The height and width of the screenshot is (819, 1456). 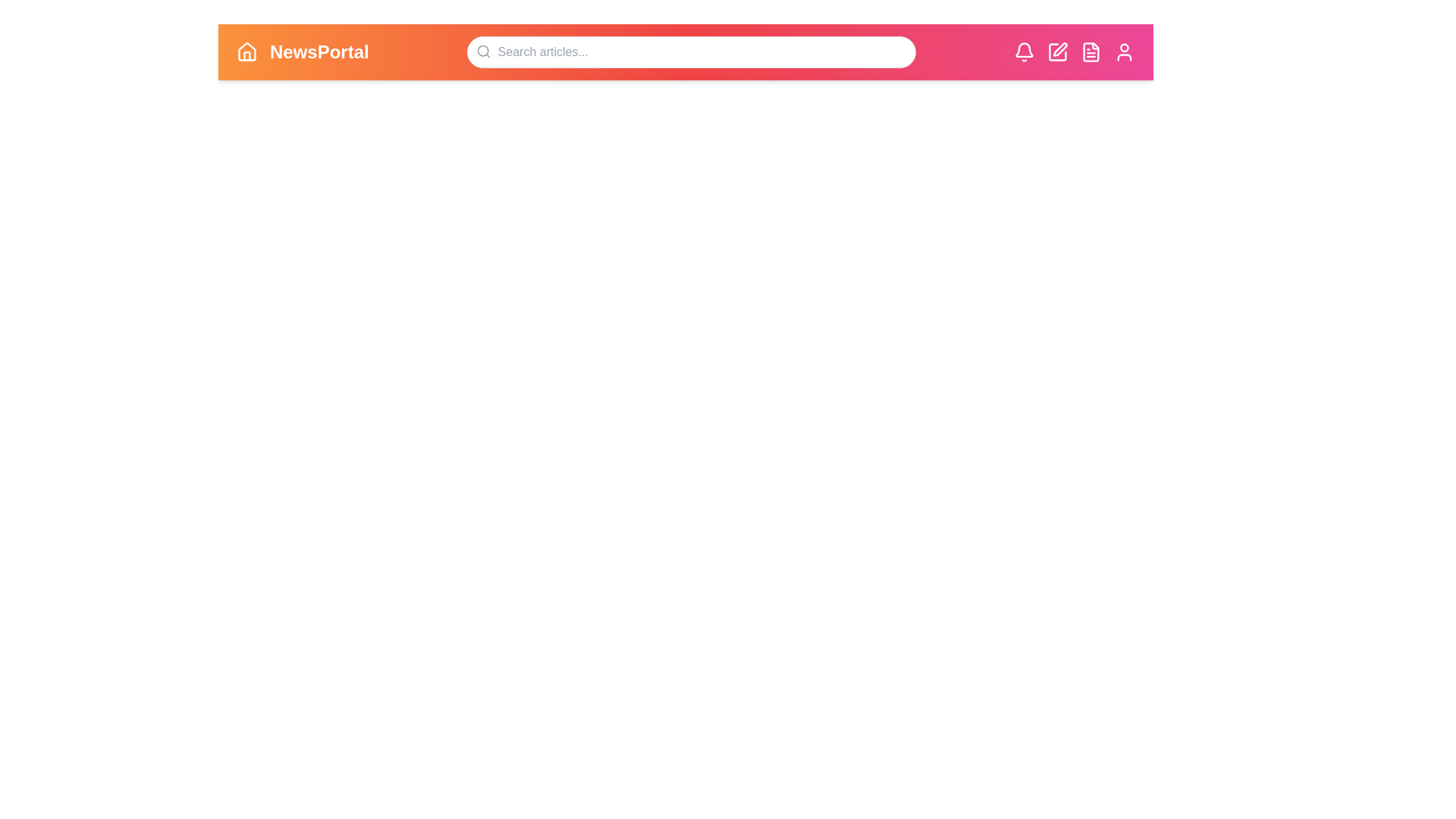 What do you see at coordinates (1090, 52) in the screenshot?
I see `the 'FileText' icon to view documents or files` at bounding box center [1090, 52].